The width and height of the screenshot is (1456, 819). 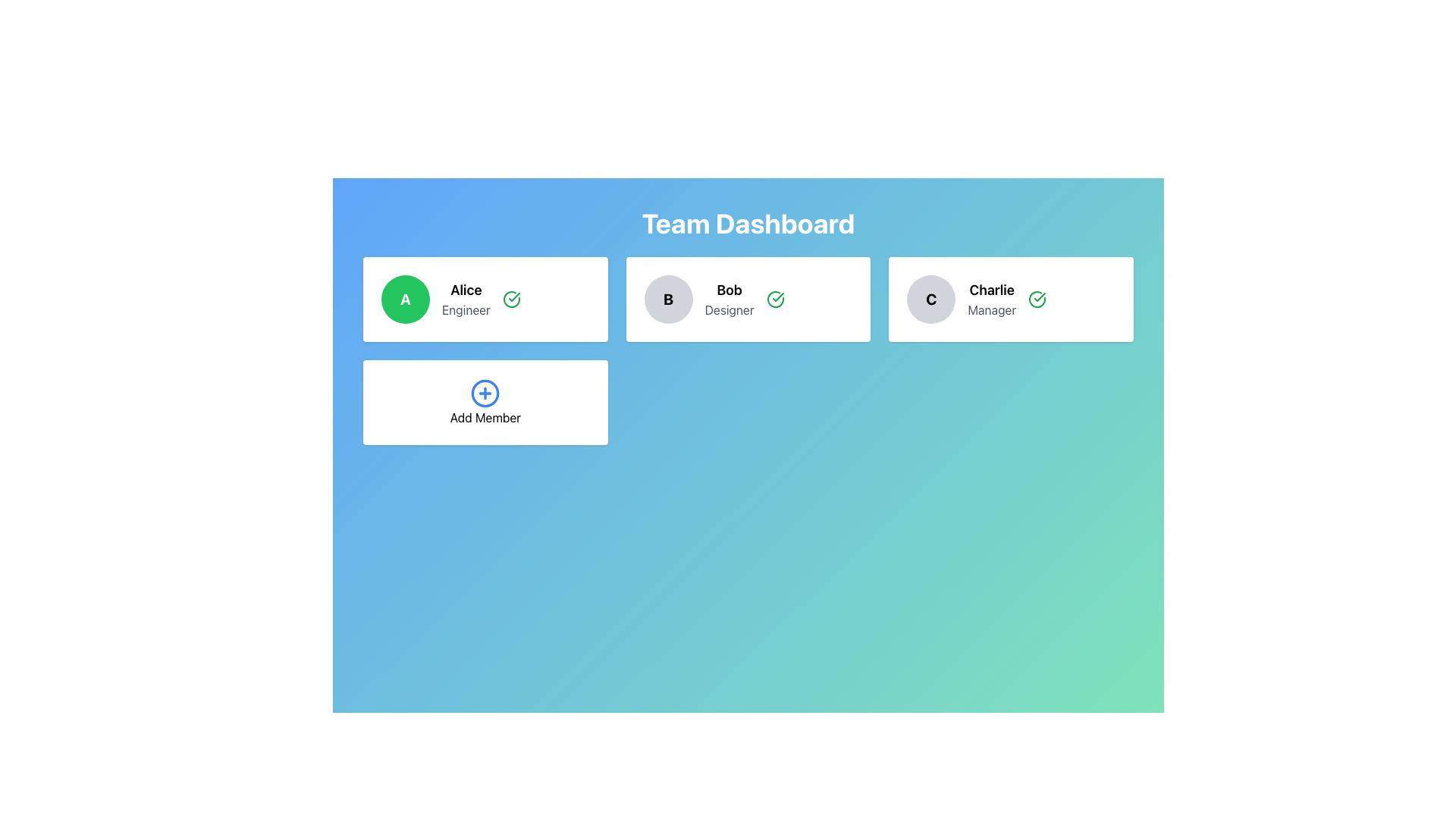 What do you see at coordinates (729, 299) in the screenshot?
I see `the text displaying the name 'Bob' and title 'Designer' which is located in the second card from the left in the top row of a grid arrangement` at bounding box center [729, 299].